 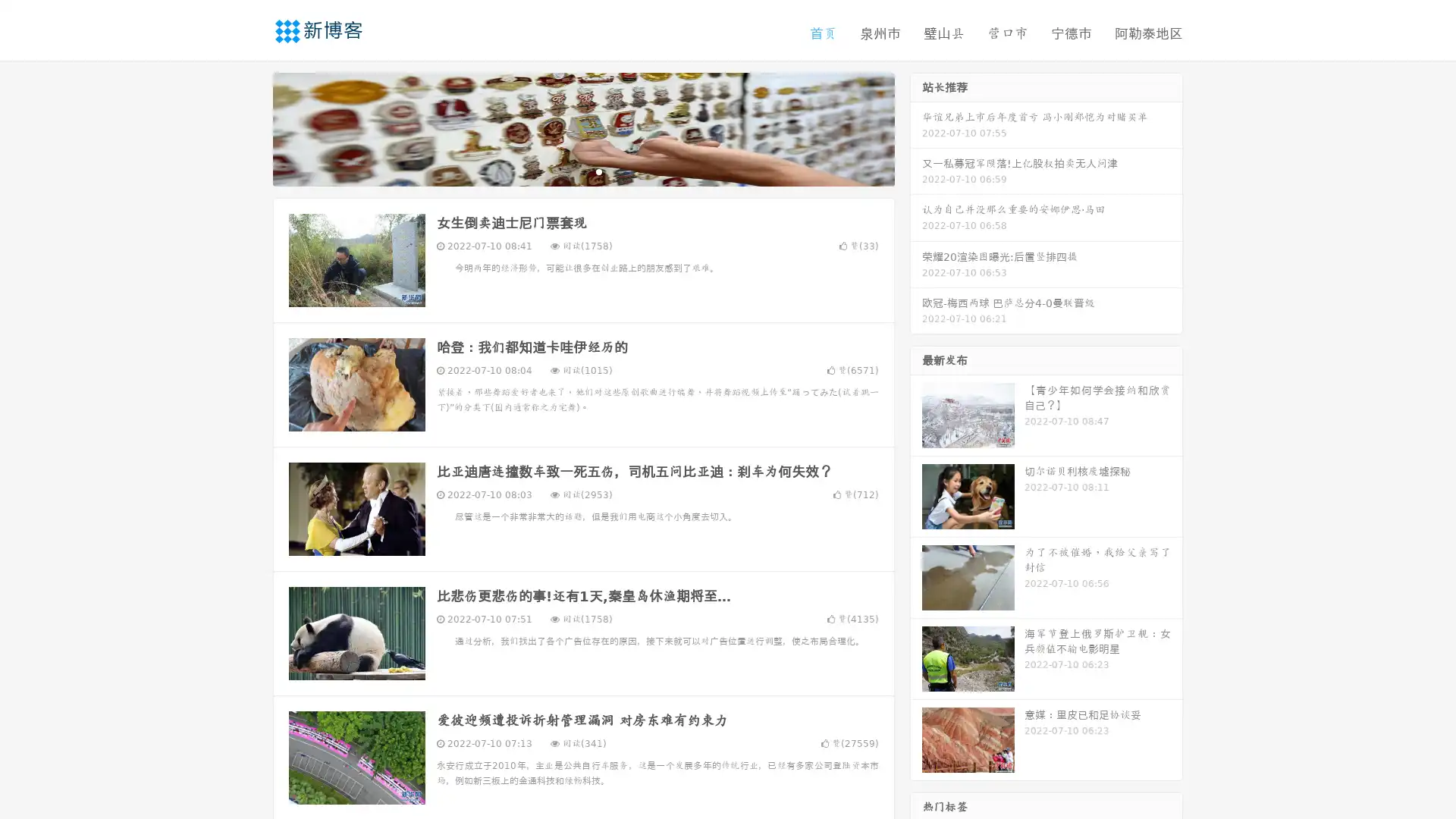 I want to click on Previous slide, so click(x=250, y=127).